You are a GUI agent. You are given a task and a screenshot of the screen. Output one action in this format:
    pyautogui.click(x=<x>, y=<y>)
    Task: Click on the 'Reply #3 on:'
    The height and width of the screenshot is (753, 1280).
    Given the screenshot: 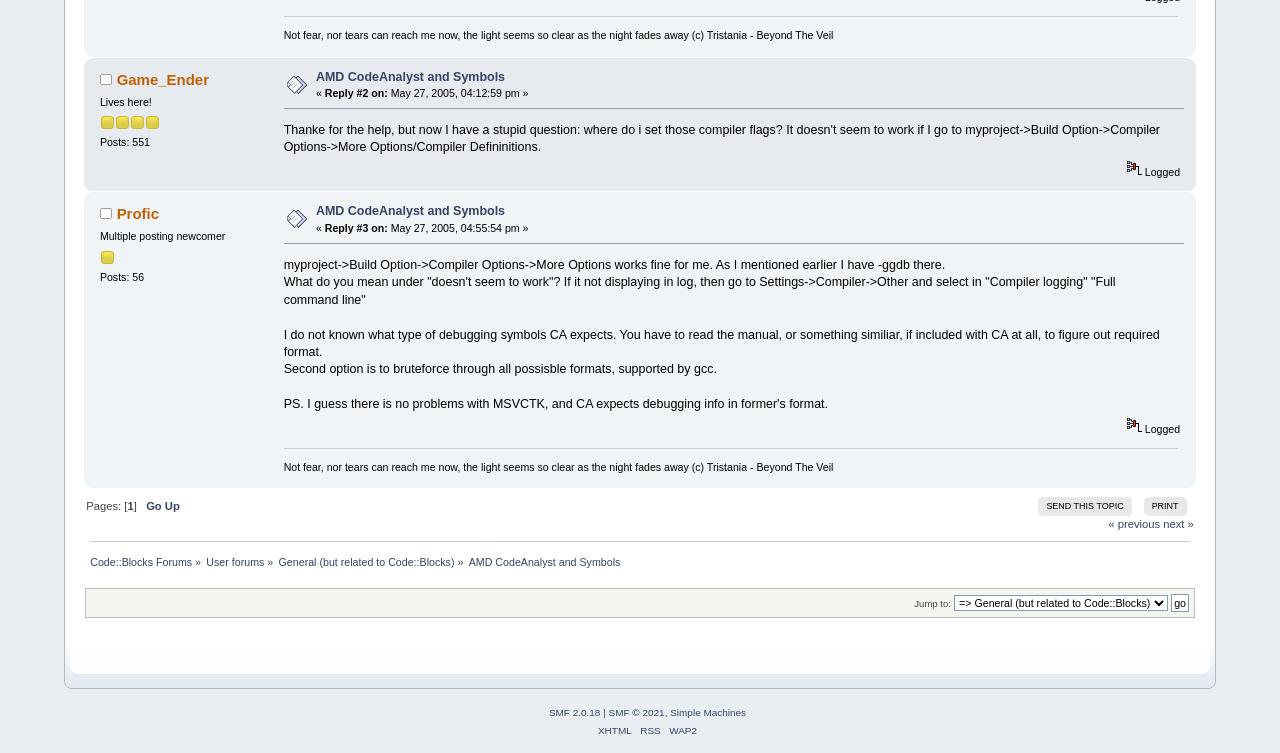 What is the action you would take?
    pyautogui.click(x=355, y=226)
    